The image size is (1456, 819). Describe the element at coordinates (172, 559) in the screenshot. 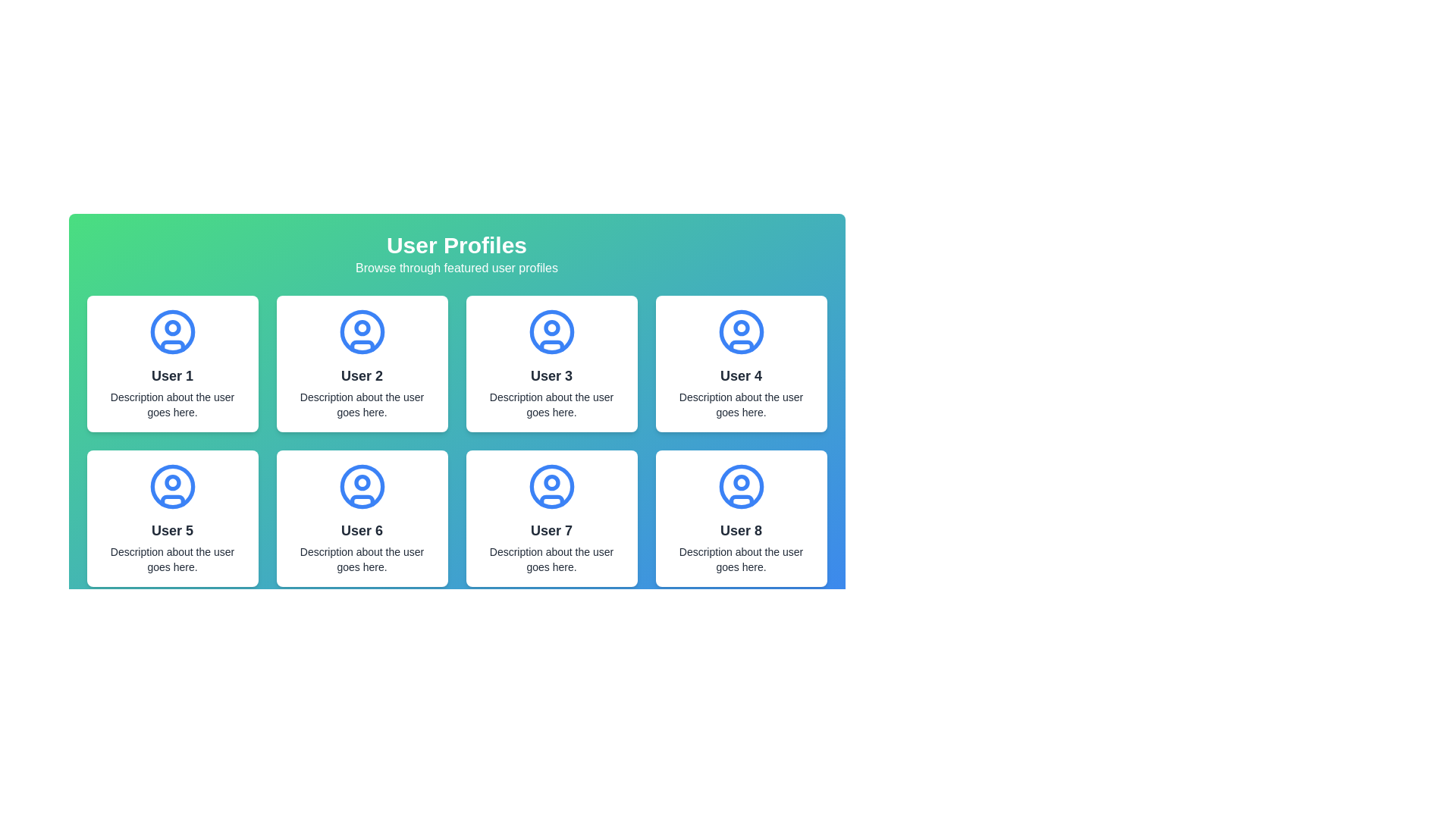

I see `the text element providing additional information about 'User 5', located at the bottom section of the user profile card, centered below the user's name` at that location.